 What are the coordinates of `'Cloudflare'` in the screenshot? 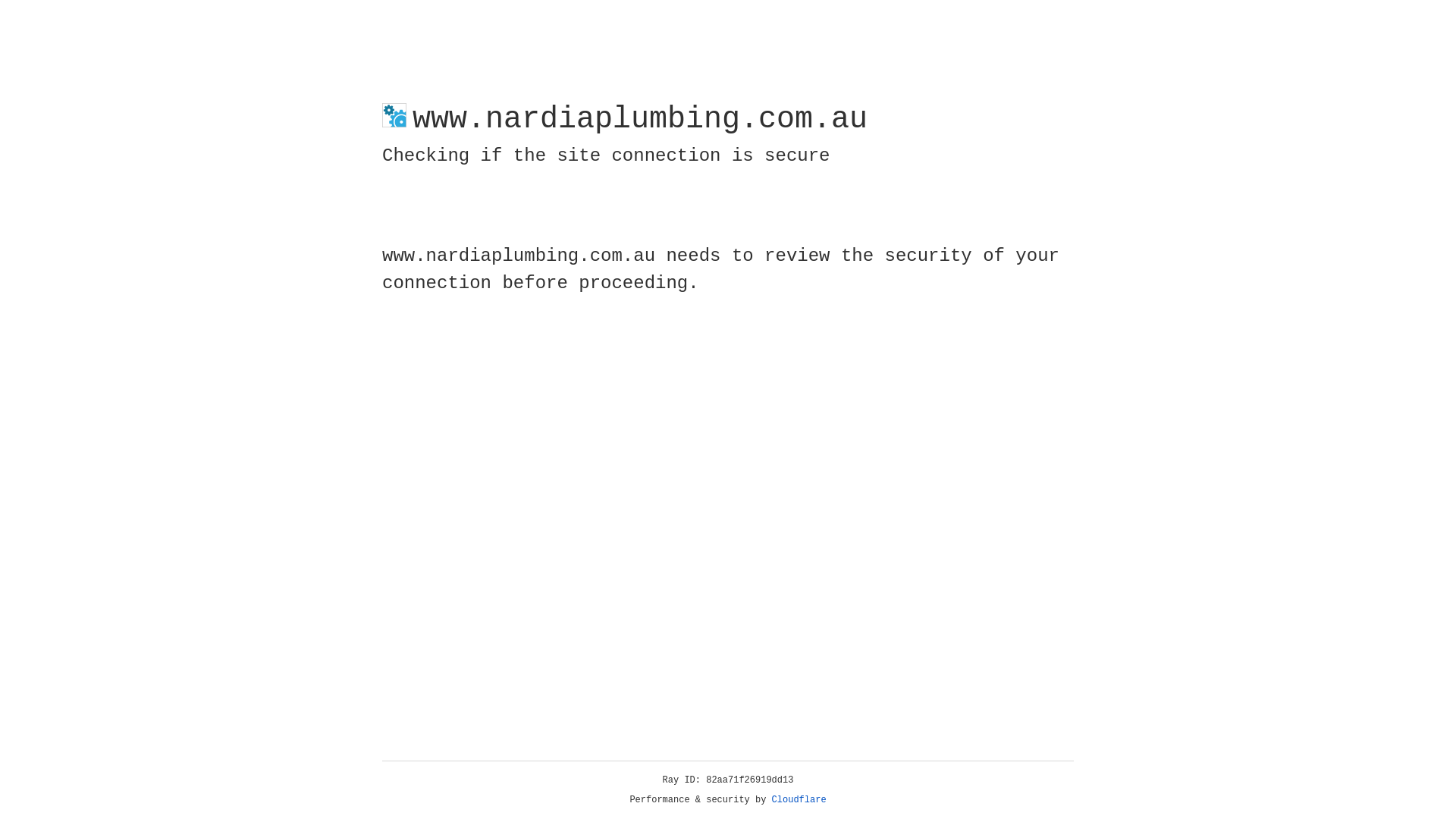 It's located at (799, 799).